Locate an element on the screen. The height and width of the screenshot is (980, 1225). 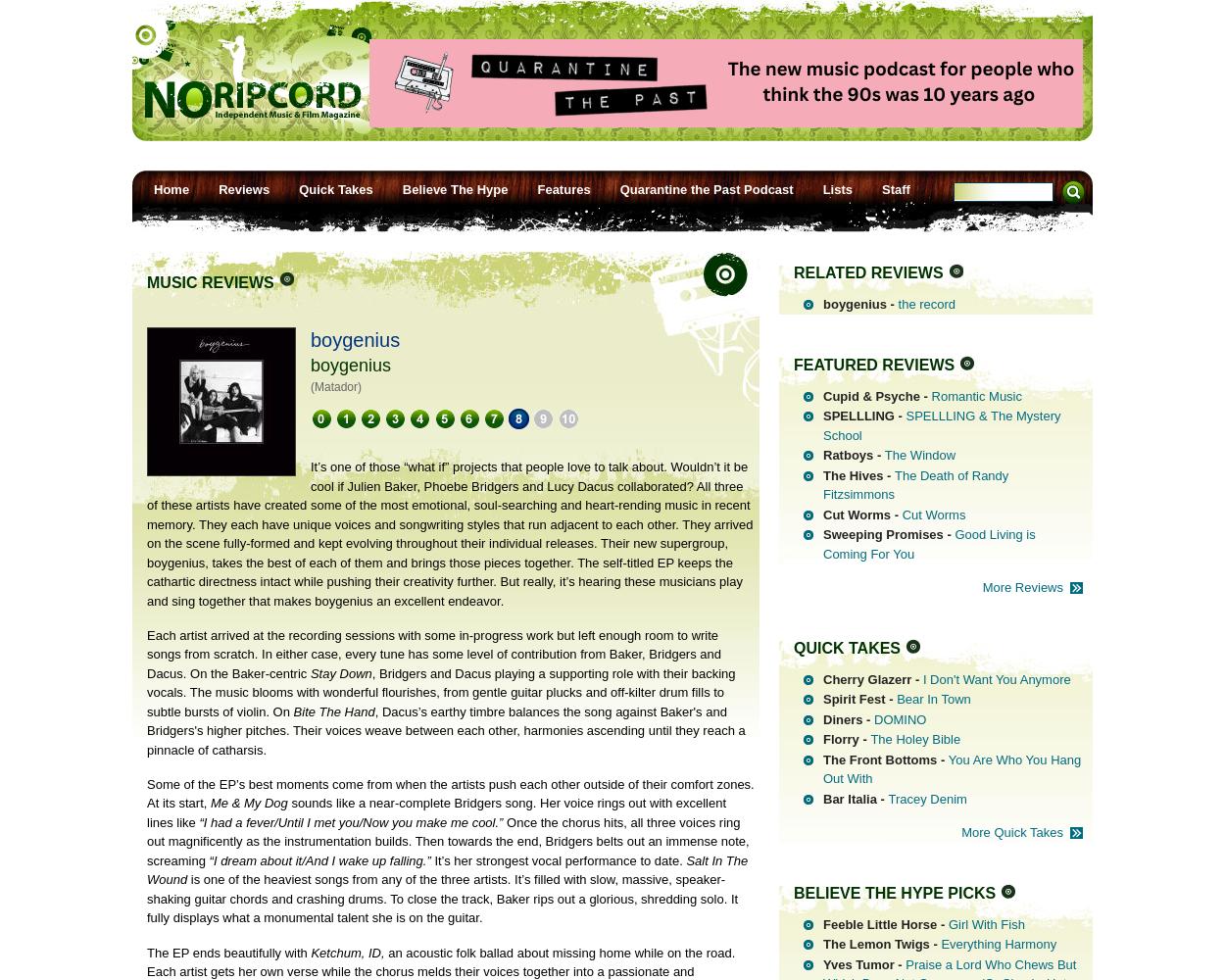
'Each artist arrived at the recording sessions with some in-progress work but left enough room to write songs from scratch. In either case, every tune has some level of contribution from Baker, Bridgers and Dacus. On the Baker-centric' is located at coordinates (147, 654).